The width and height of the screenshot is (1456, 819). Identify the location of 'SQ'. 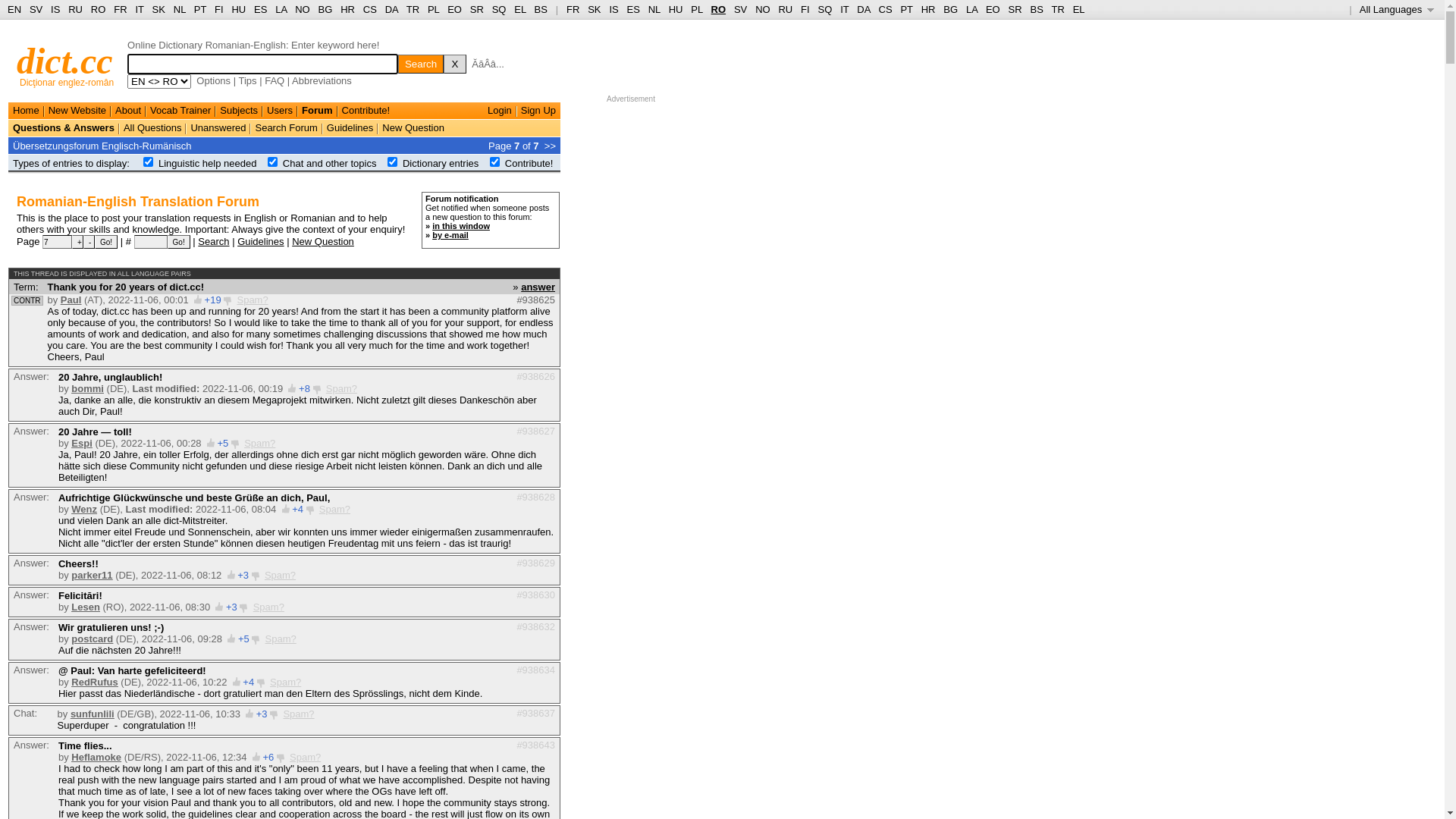
(491, 9).